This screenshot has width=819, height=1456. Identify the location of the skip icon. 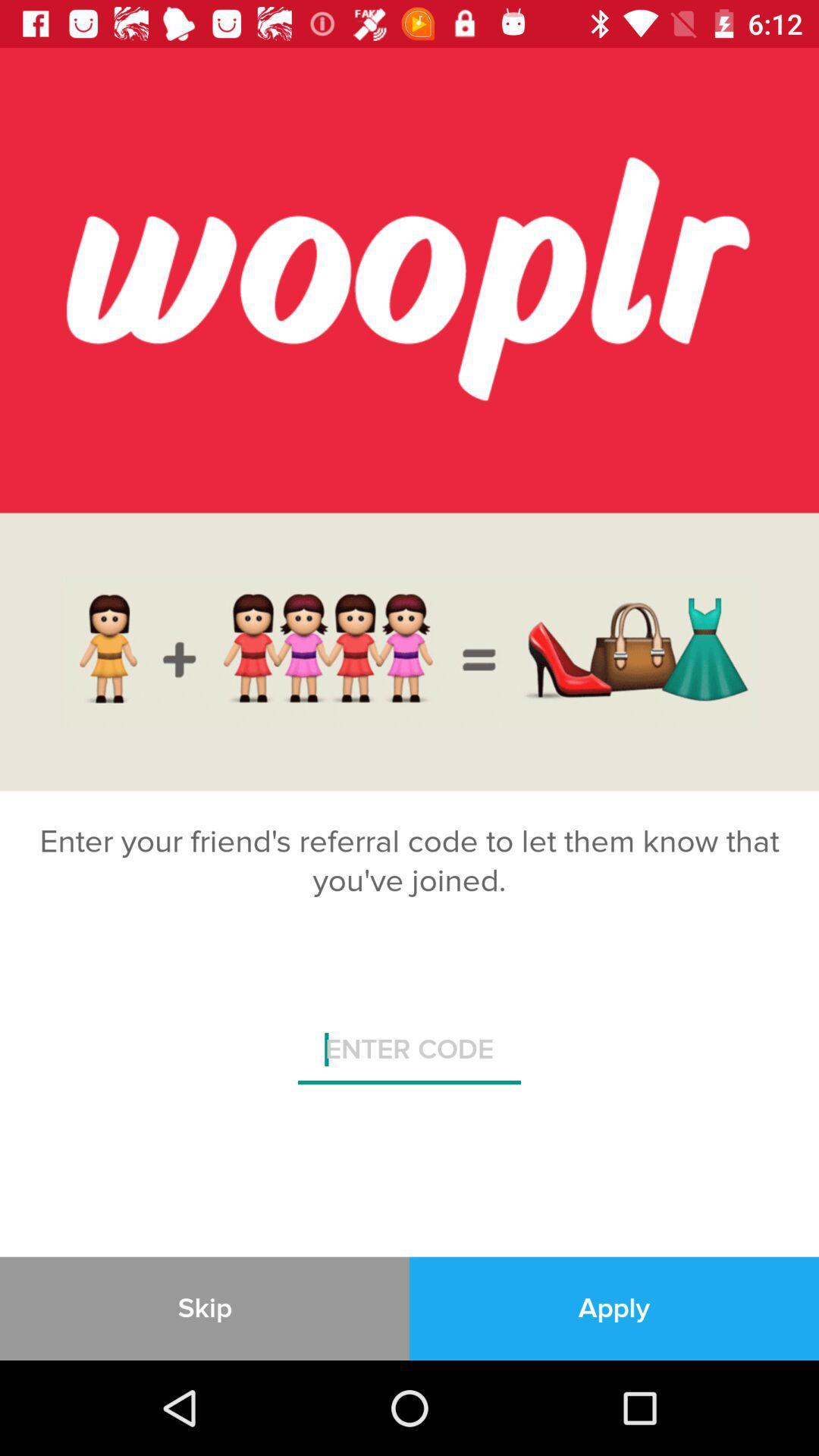
(205, 1307).